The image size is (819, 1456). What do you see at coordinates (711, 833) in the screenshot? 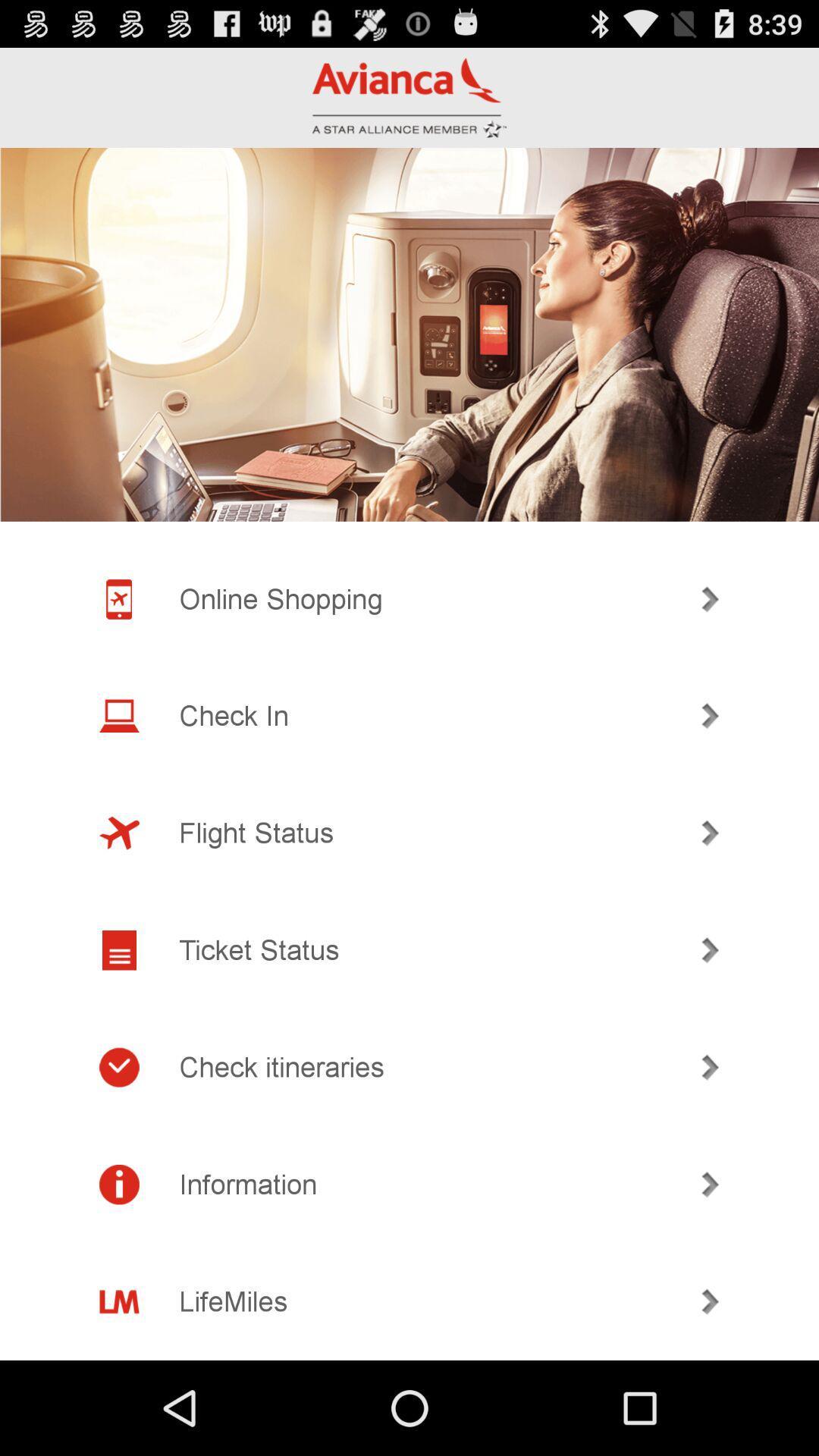
I see `icon on the right side of flight status` at bounding box center [711, 833].